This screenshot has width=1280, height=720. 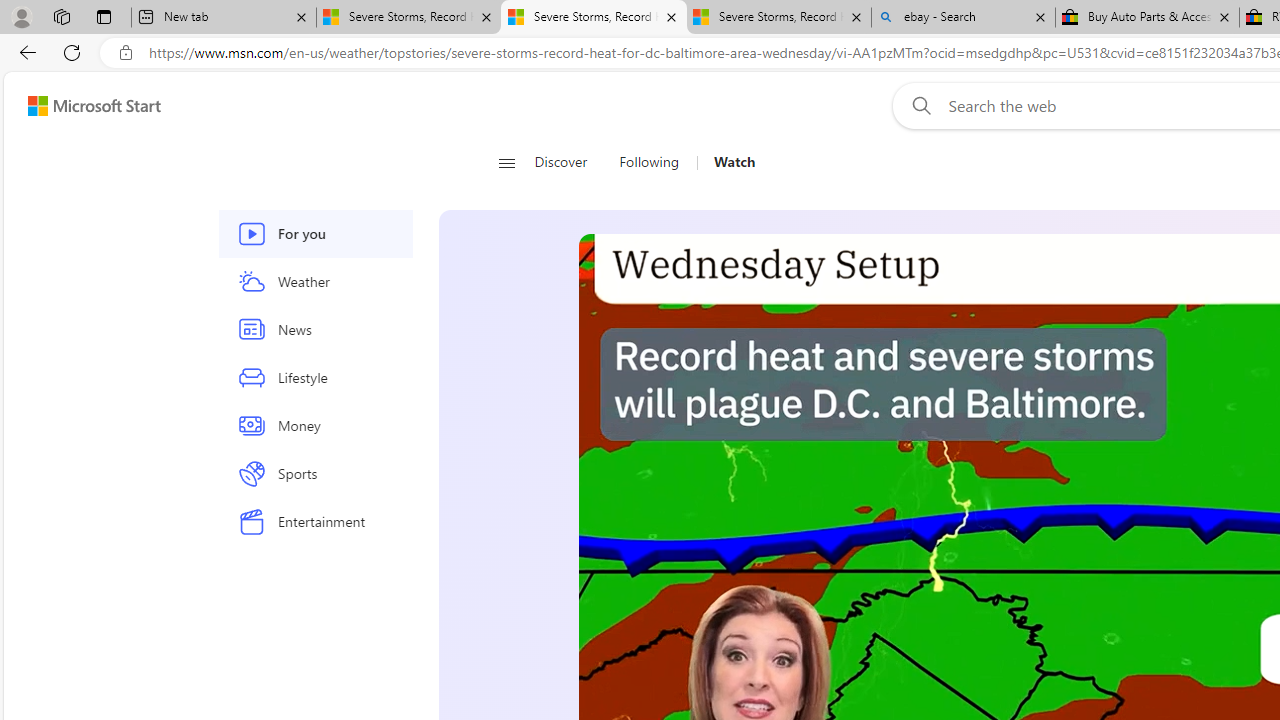 I want to click on 'Open navigation menu', so click(x=506, y=162).